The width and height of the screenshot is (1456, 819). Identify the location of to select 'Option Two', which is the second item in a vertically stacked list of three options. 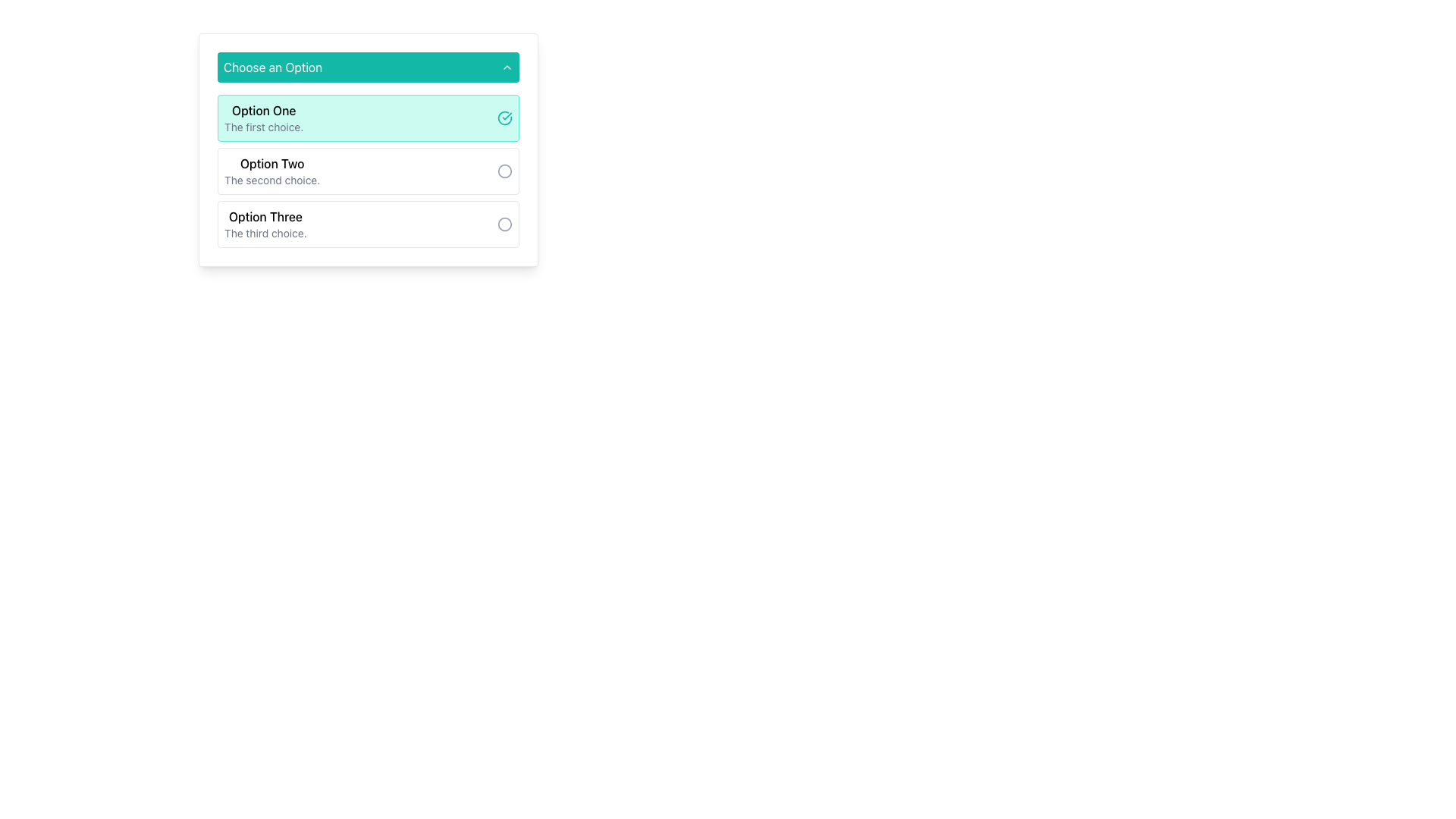
(368, 171).